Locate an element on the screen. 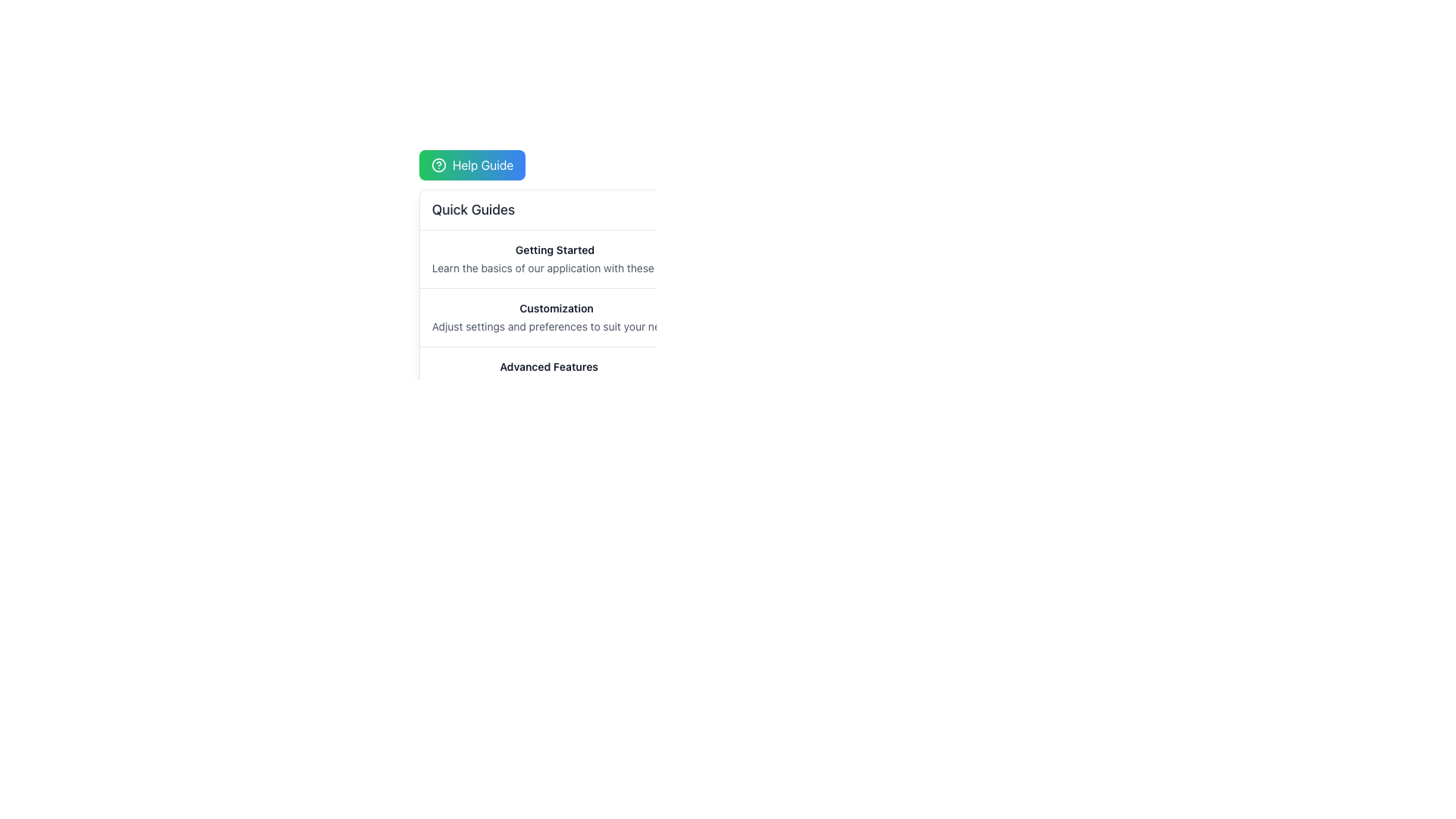 This screenshot has width=1456, height=819. the circular help icon with a gradient green background and a white question mark symbol, which is located next to the 'Help Guide' button is located at coordinates (438, 165).